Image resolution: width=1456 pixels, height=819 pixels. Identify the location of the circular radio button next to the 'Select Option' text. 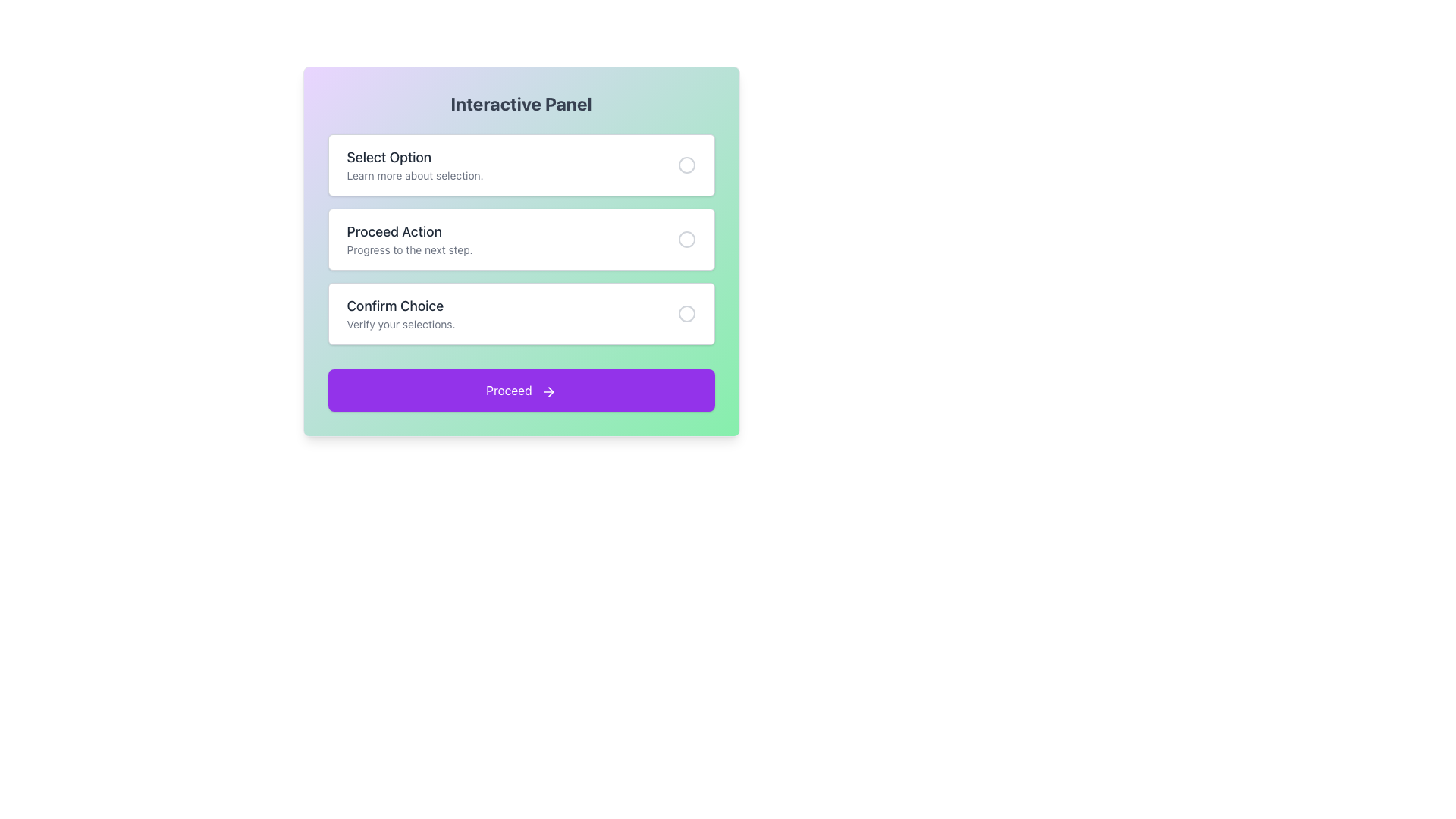
(686, 165).